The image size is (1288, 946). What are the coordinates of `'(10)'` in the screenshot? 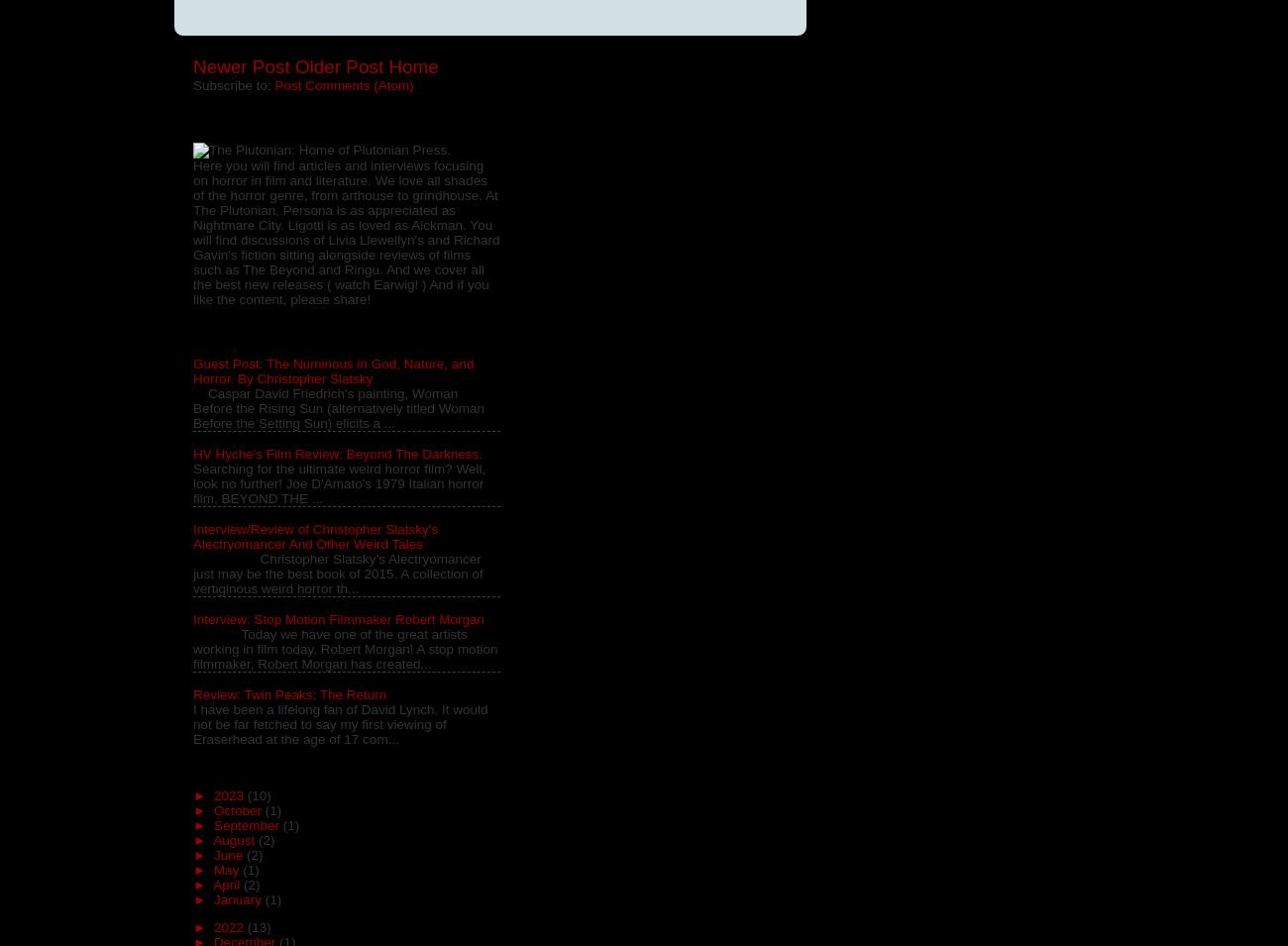 It's located at (258, 794).